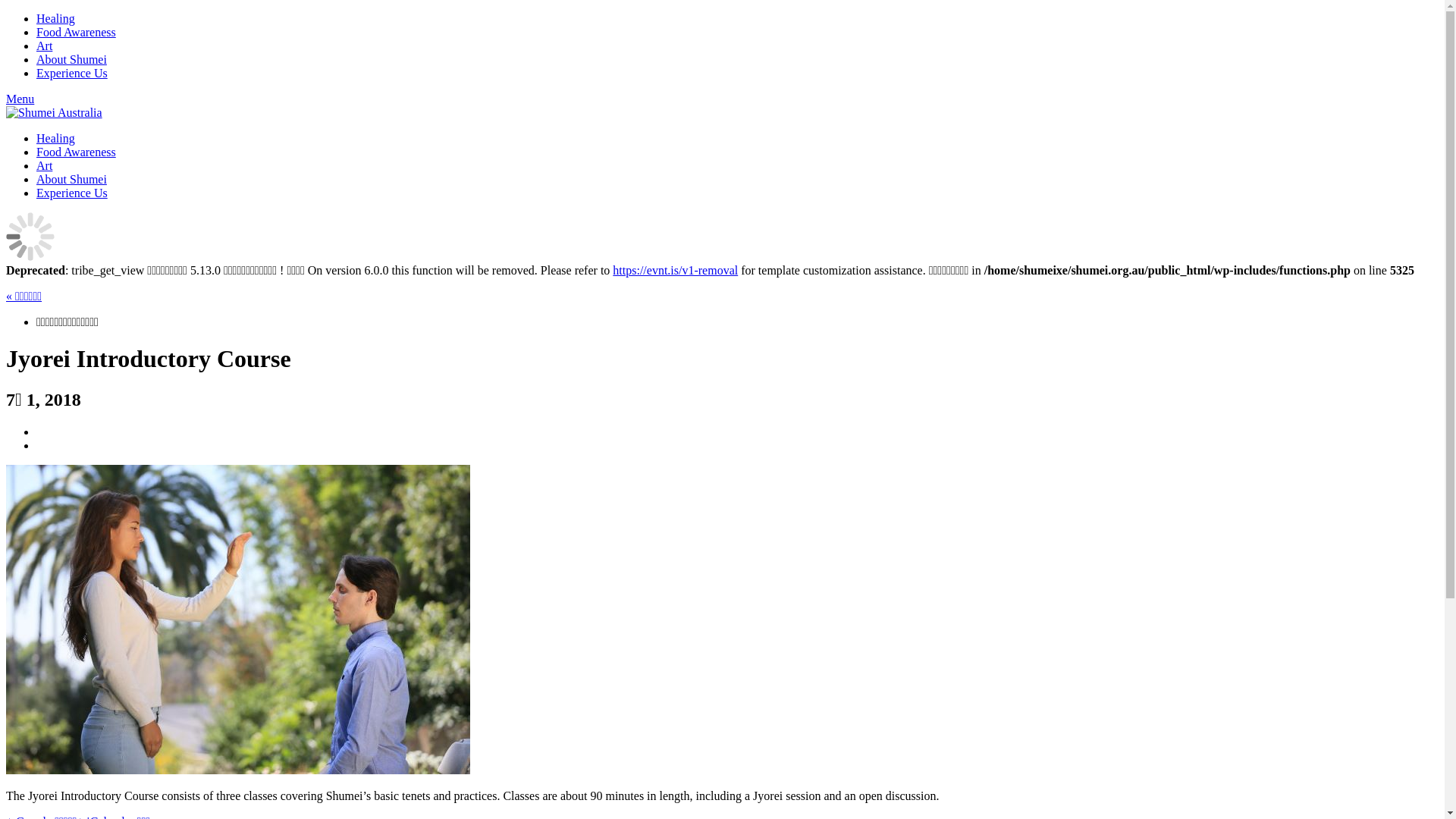 The width and height of the screenshot is (1456, 819). What do you see at coordinates (44, 45) in the screenshot?
I see `'Art'` at bounding box center [44, 45].